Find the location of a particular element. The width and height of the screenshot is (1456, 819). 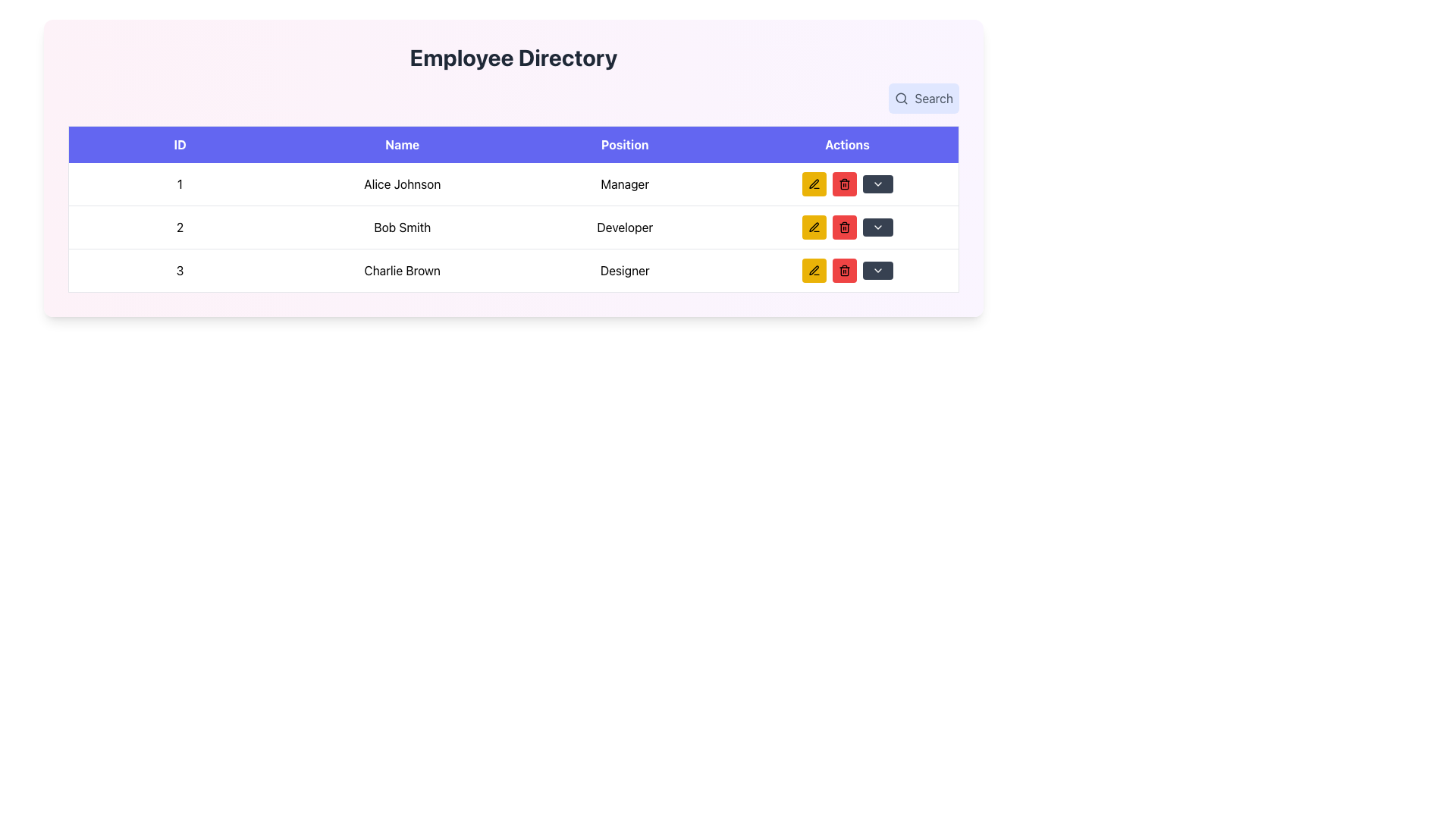

the Label/Text displaying the name of the employee in the 'Employee Directory' table located in the third row and second column is located at coordinates (402, 270).